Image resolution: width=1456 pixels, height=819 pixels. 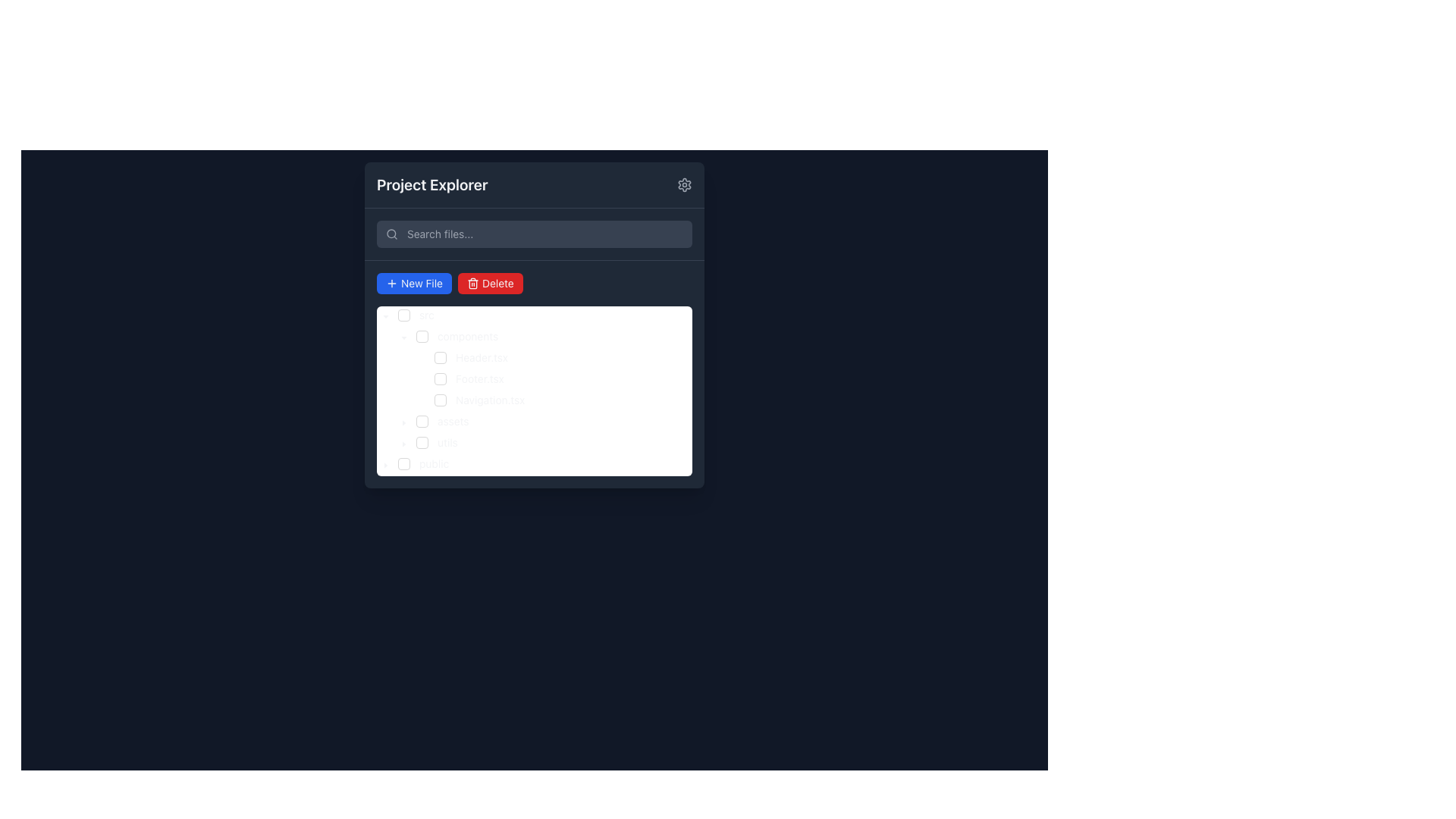 What do you see at coordinates (440, 335) in the screenshot?
I see `the checkbox of the 'components' tree item in the Project Explorer` at bounding box center [440, 335].